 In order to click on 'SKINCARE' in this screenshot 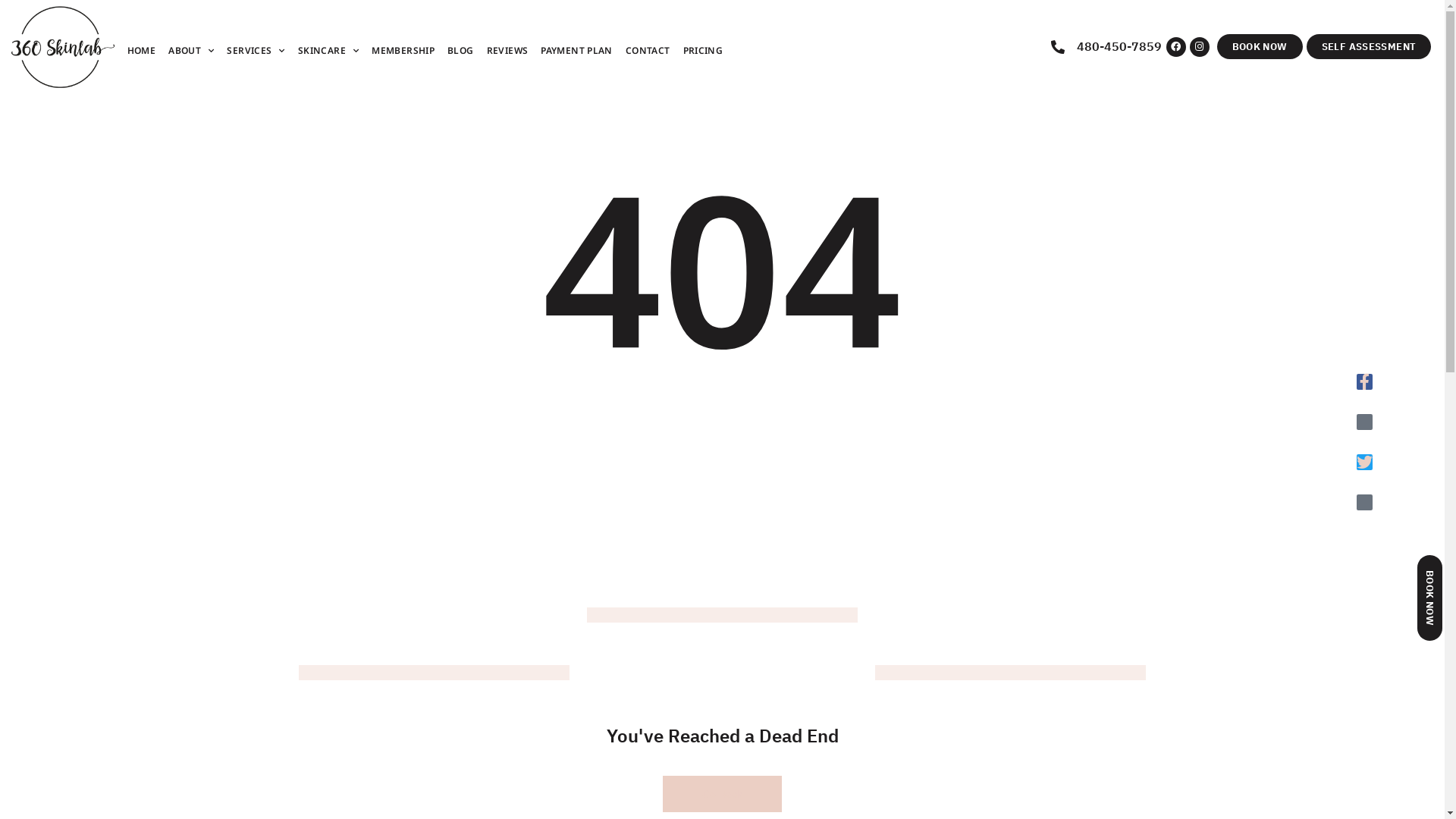, I will do `click(327, 49)`.